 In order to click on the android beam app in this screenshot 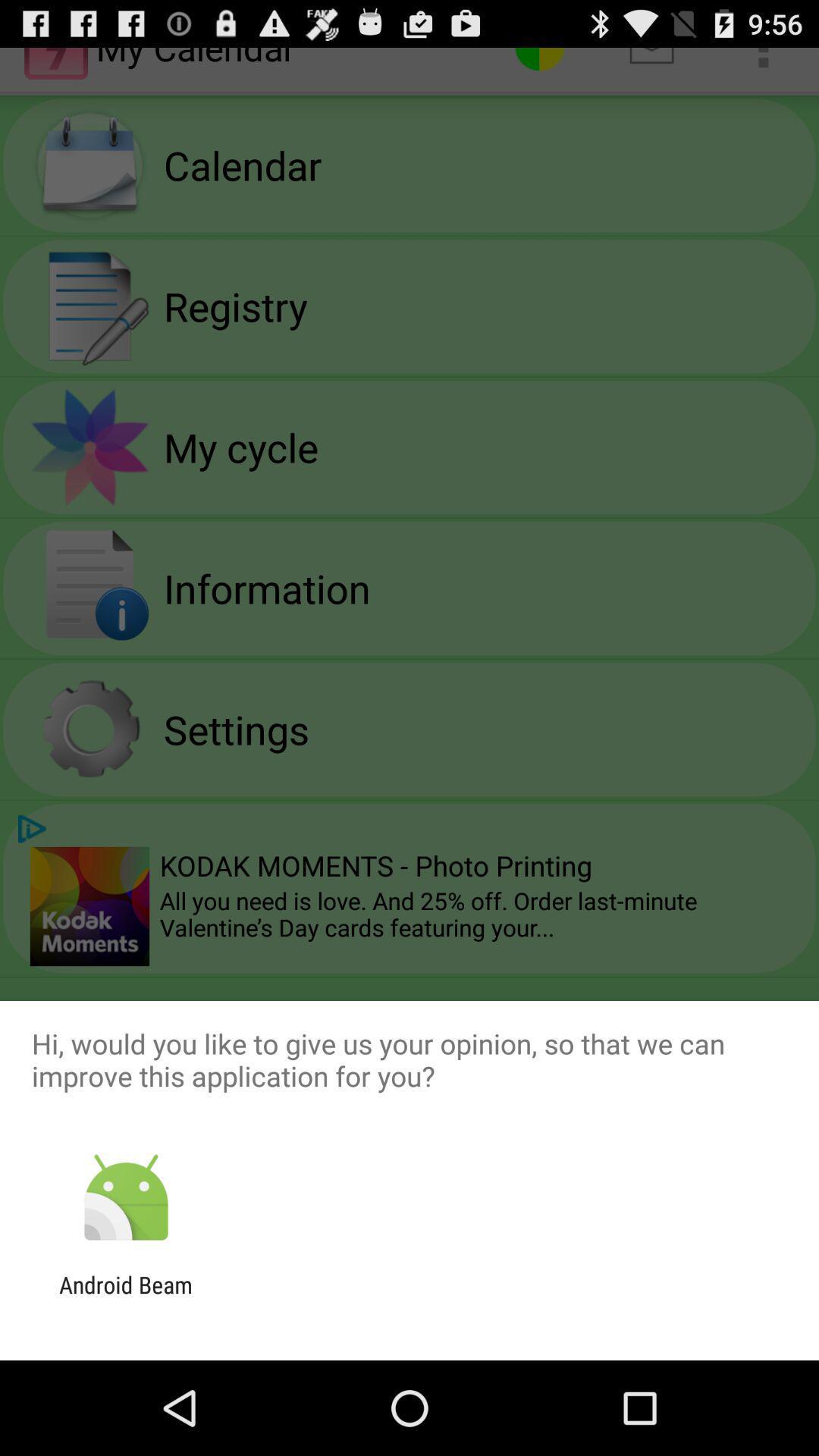, I will do `click(125, 1298)`.